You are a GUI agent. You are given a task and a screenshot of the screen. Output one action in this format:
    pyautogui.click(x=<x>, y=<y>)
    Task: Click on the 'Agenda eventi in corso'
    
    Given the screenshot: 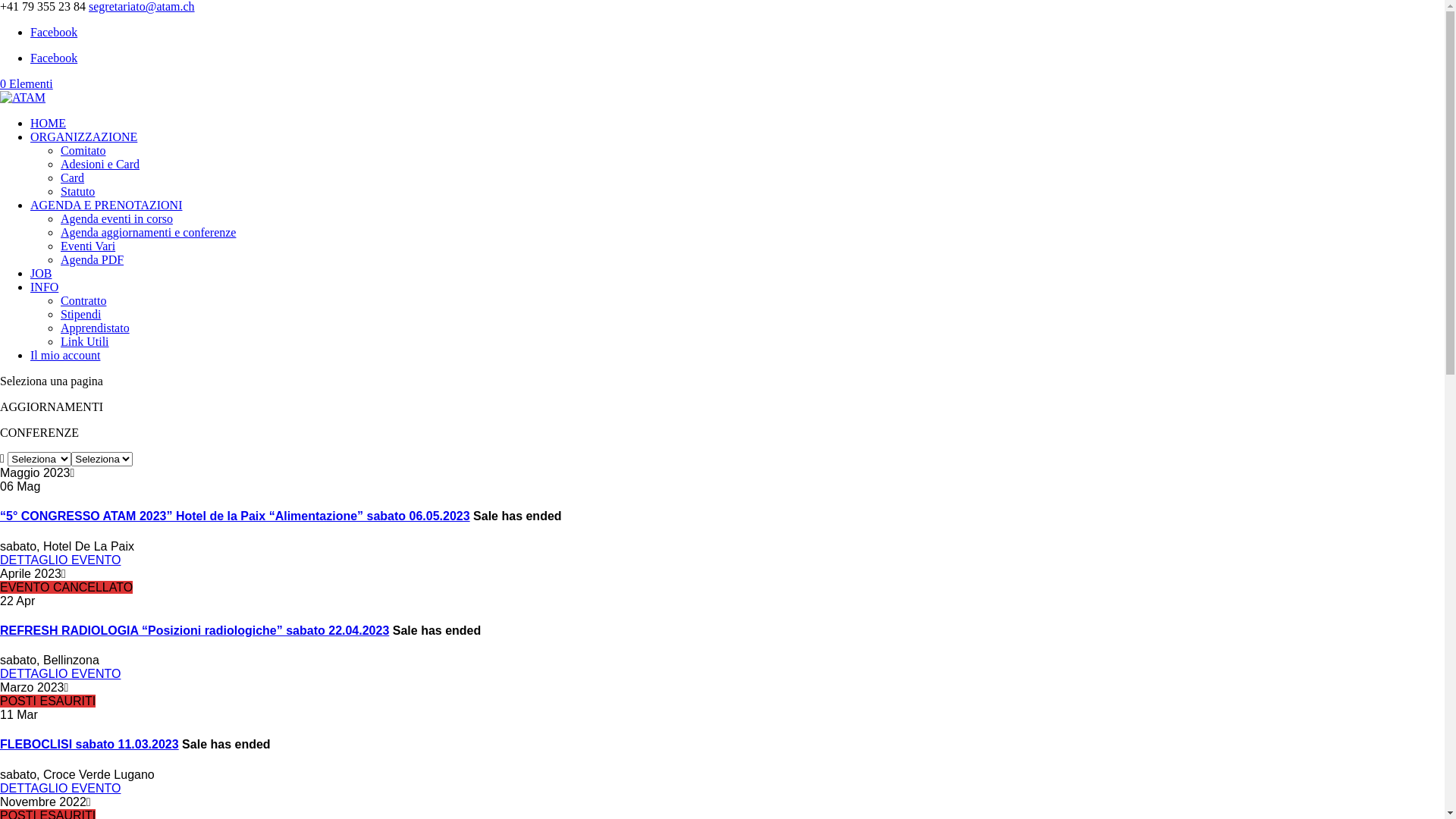 What is the action you would take?
    pyautogui.click(x=61, y=218)
    